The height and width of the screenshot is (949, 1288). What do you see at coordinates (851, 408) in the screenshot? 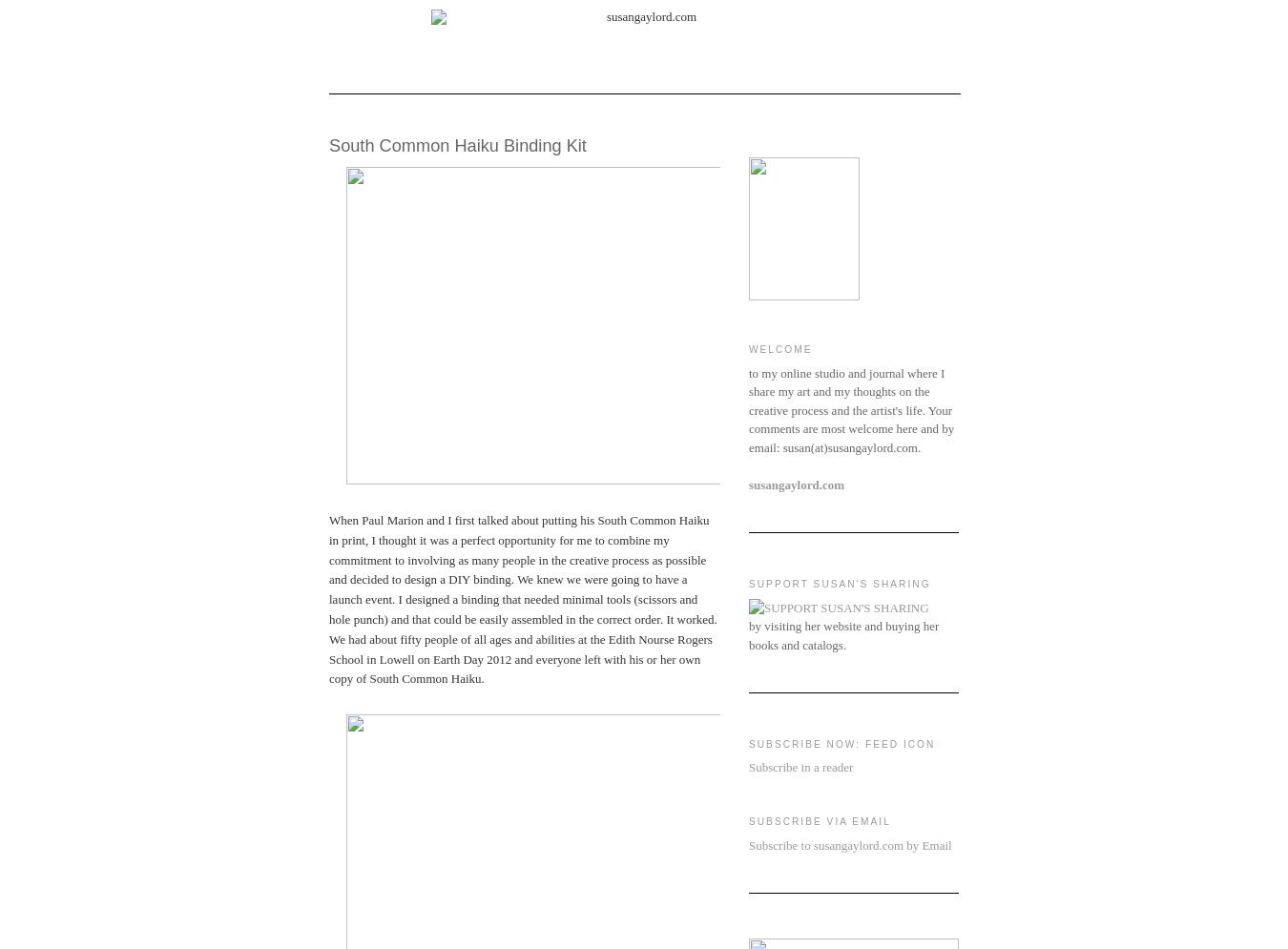
I see `'to my online studio and journal where I share my art and my thoughts on the creative process and the artist's life. Your comments are most welcome here and by email:'` at bounding box center [851, 408].